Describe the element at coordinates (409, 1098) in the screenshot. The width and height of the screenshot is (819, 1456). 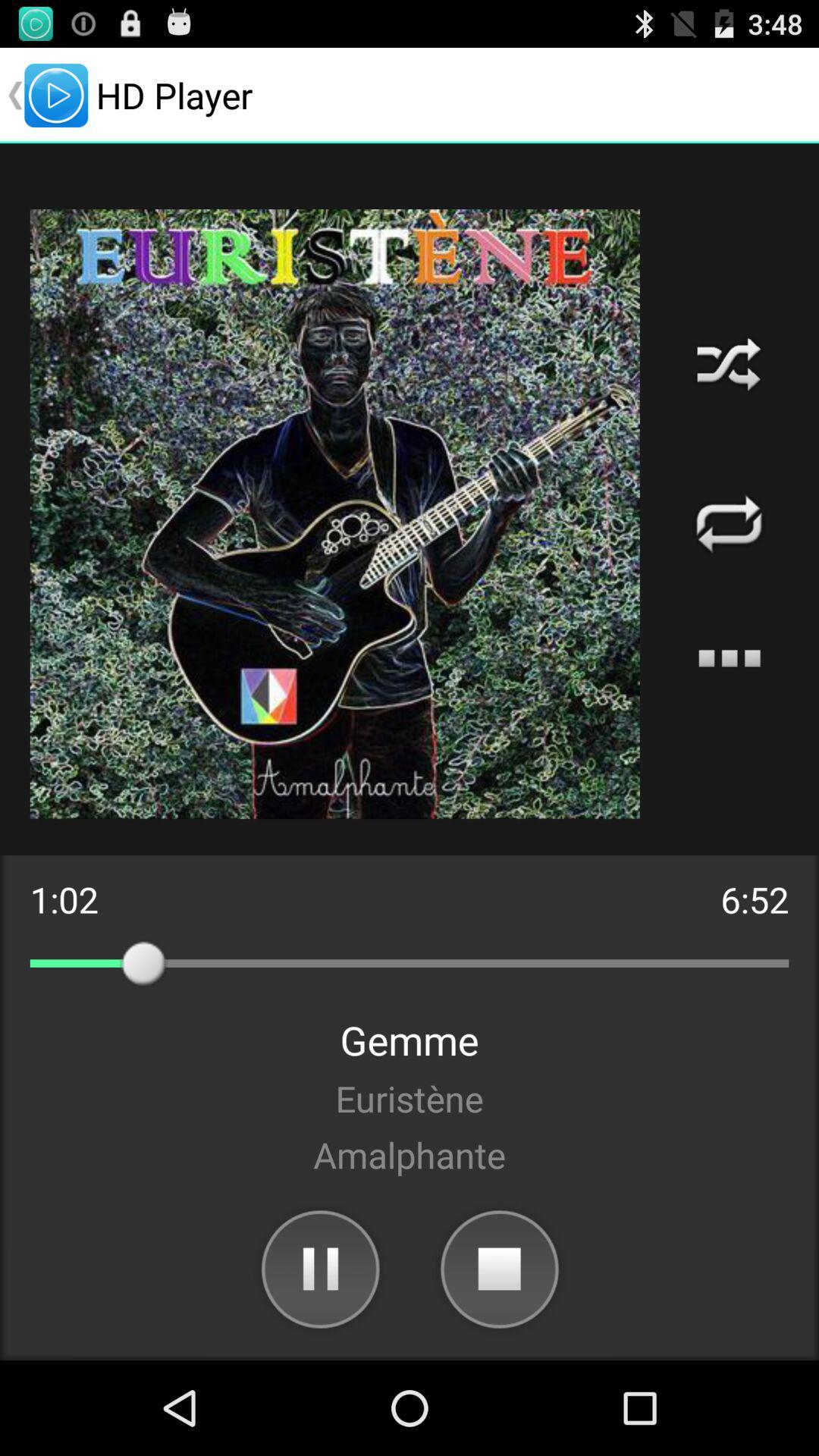
I see `the item below the gemme app` at that location.